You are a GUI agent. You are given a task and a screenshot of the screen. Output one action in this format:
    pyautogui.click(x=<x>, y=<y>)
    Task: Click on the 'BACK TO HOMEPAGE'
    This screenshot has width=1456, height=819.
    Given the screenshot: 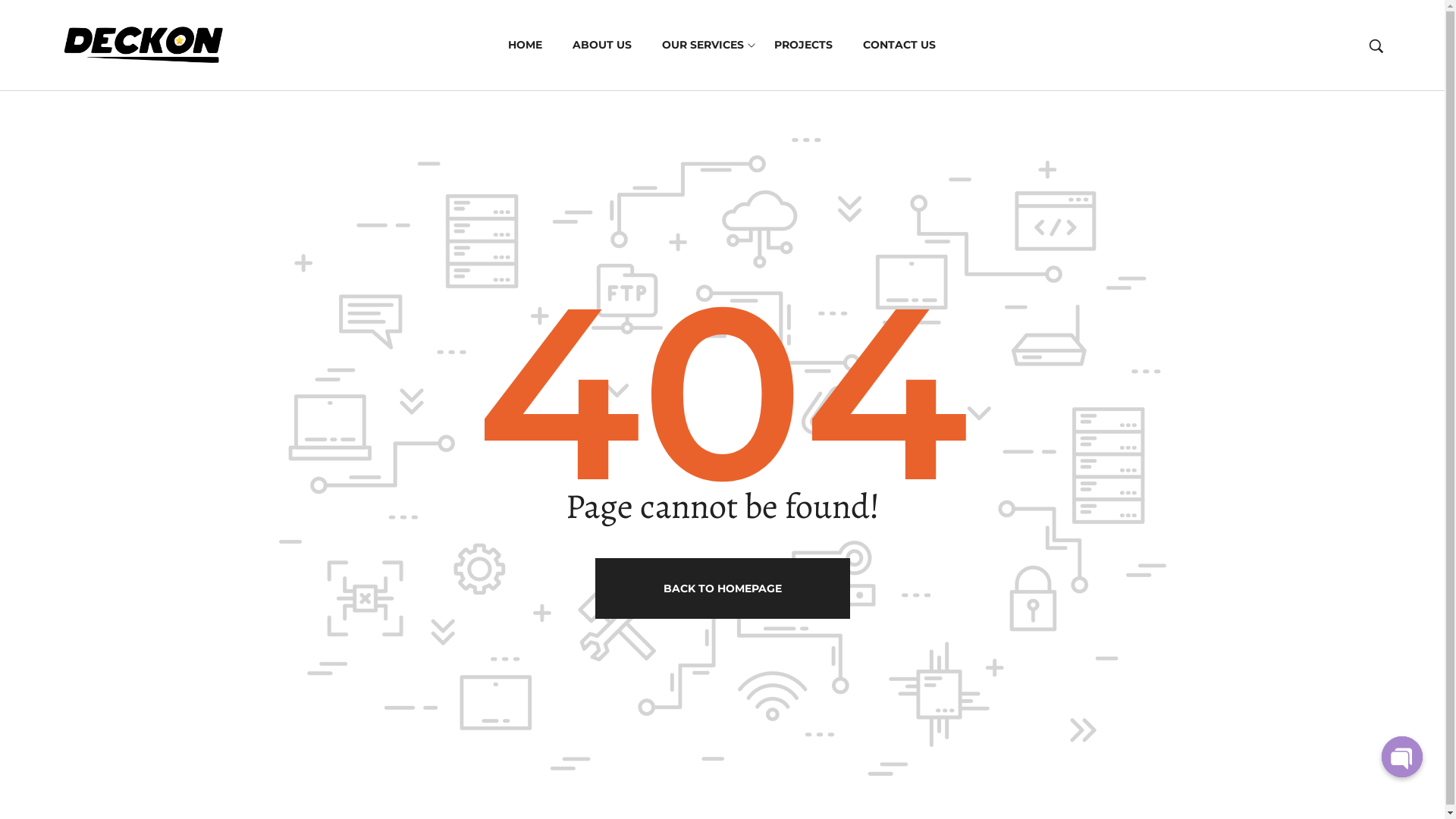 What is the action you would take?
    pyautogui.click(x=720, y=587)
    